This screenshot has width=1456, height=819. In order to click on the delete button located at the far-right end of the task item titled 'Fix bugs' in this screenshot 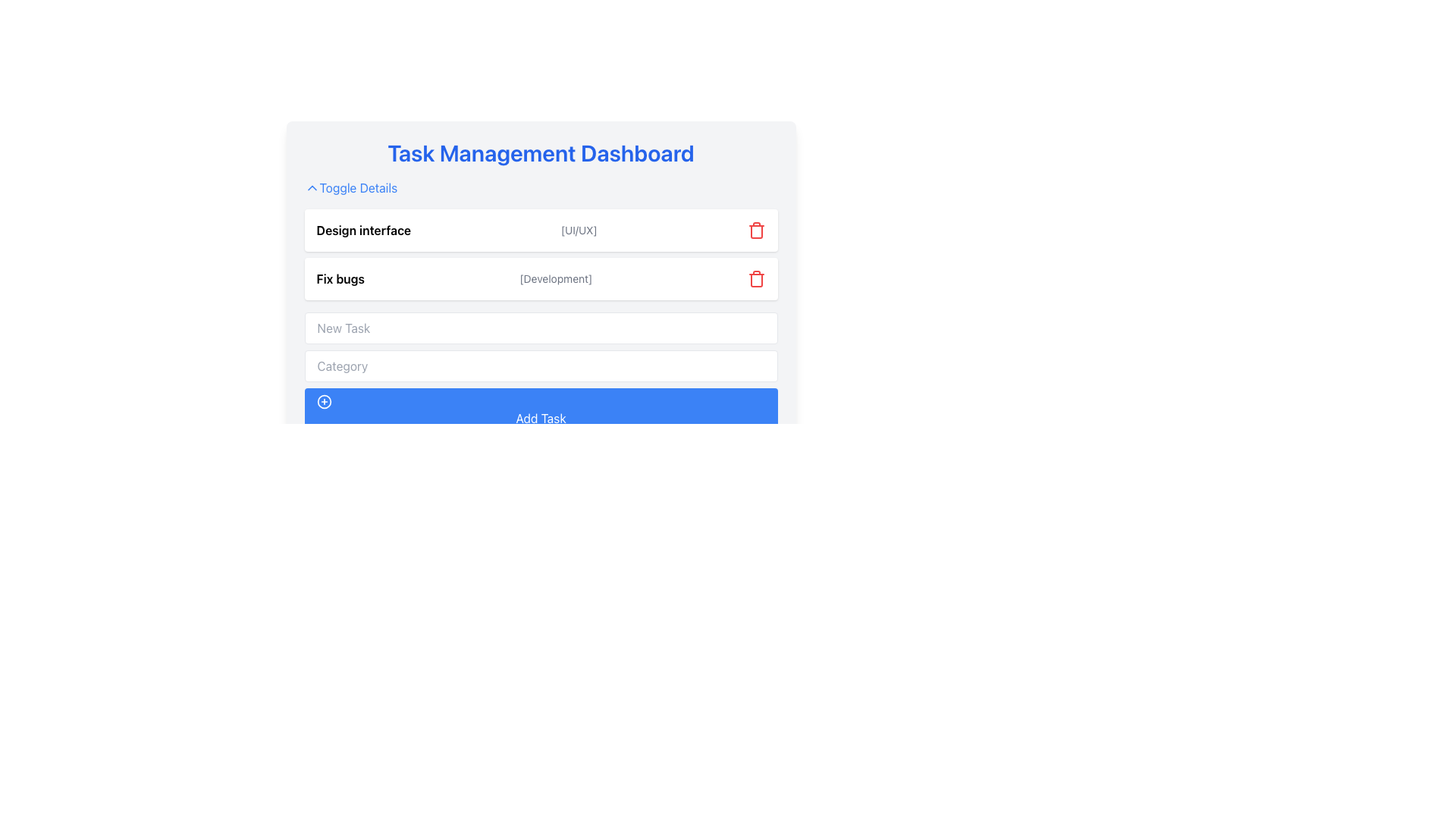, I will do `click(756, 278)`.